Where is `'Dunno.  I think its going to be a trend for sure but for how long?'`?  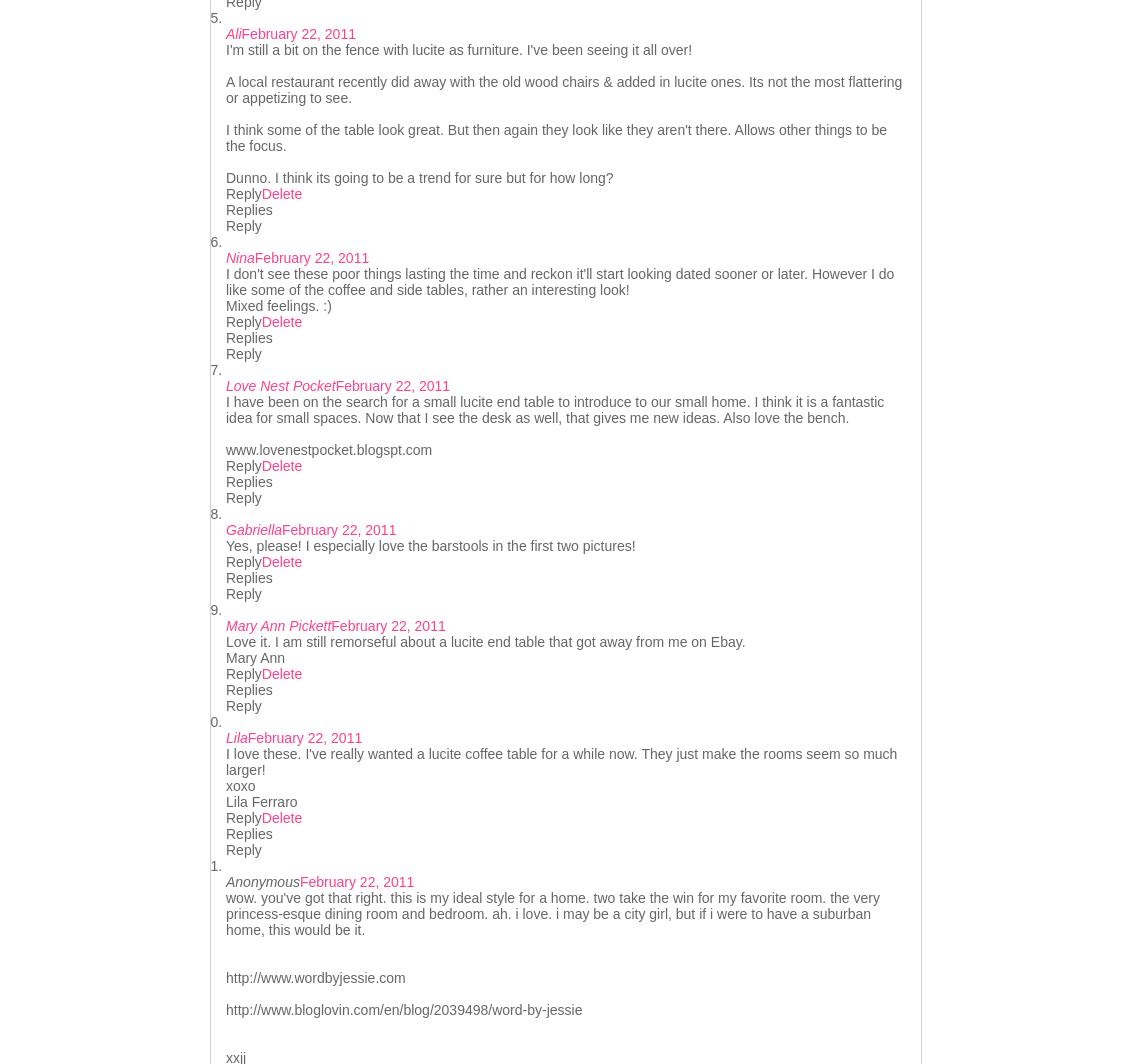
'Dunno.  I think its going to be a trend for sure but for how long?' is located at coordinates (418, 178).